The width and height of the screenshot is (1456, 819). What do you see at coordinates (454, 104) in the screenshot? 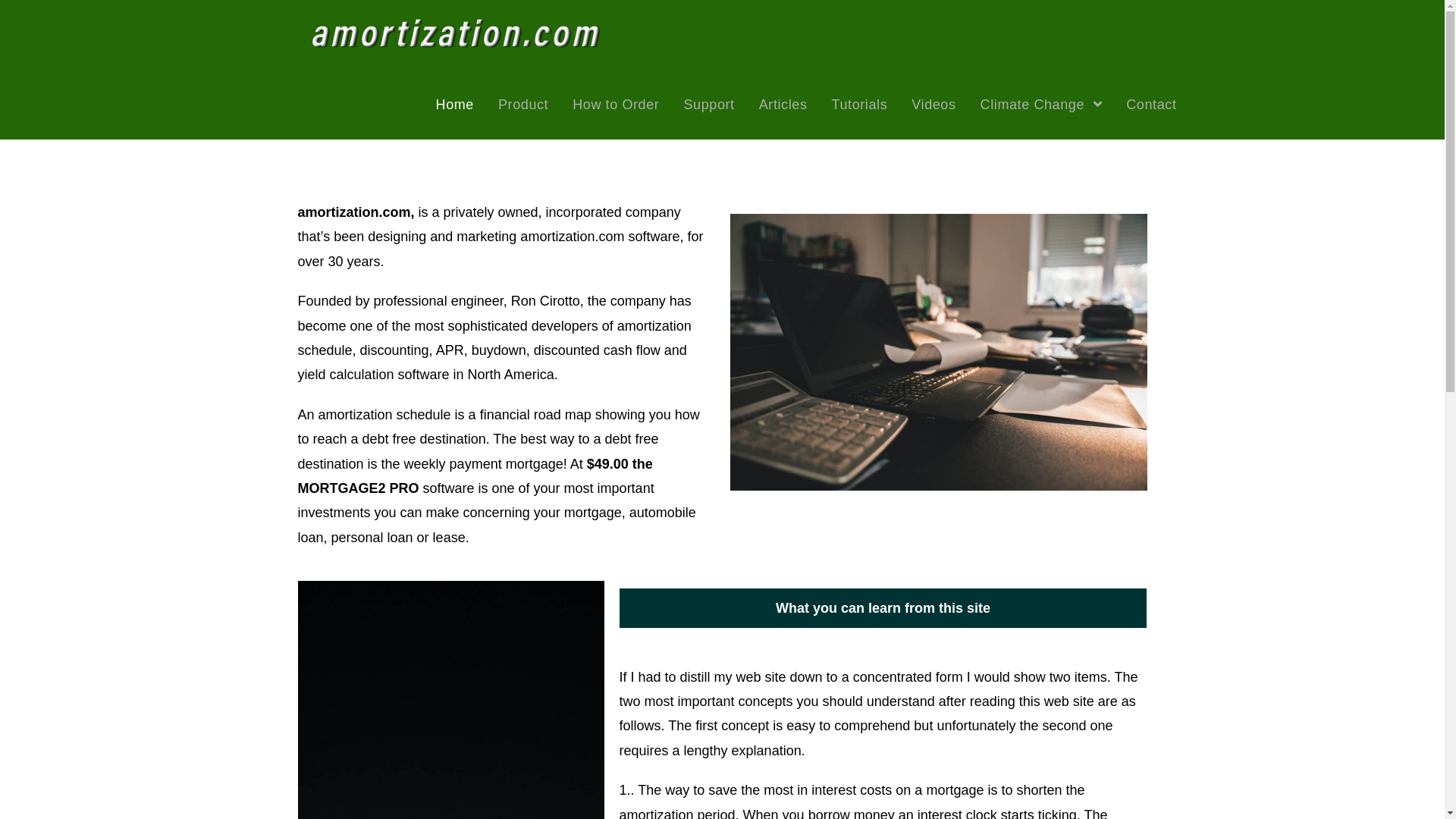
I see `'Home'` at bounding box center [454, 104].